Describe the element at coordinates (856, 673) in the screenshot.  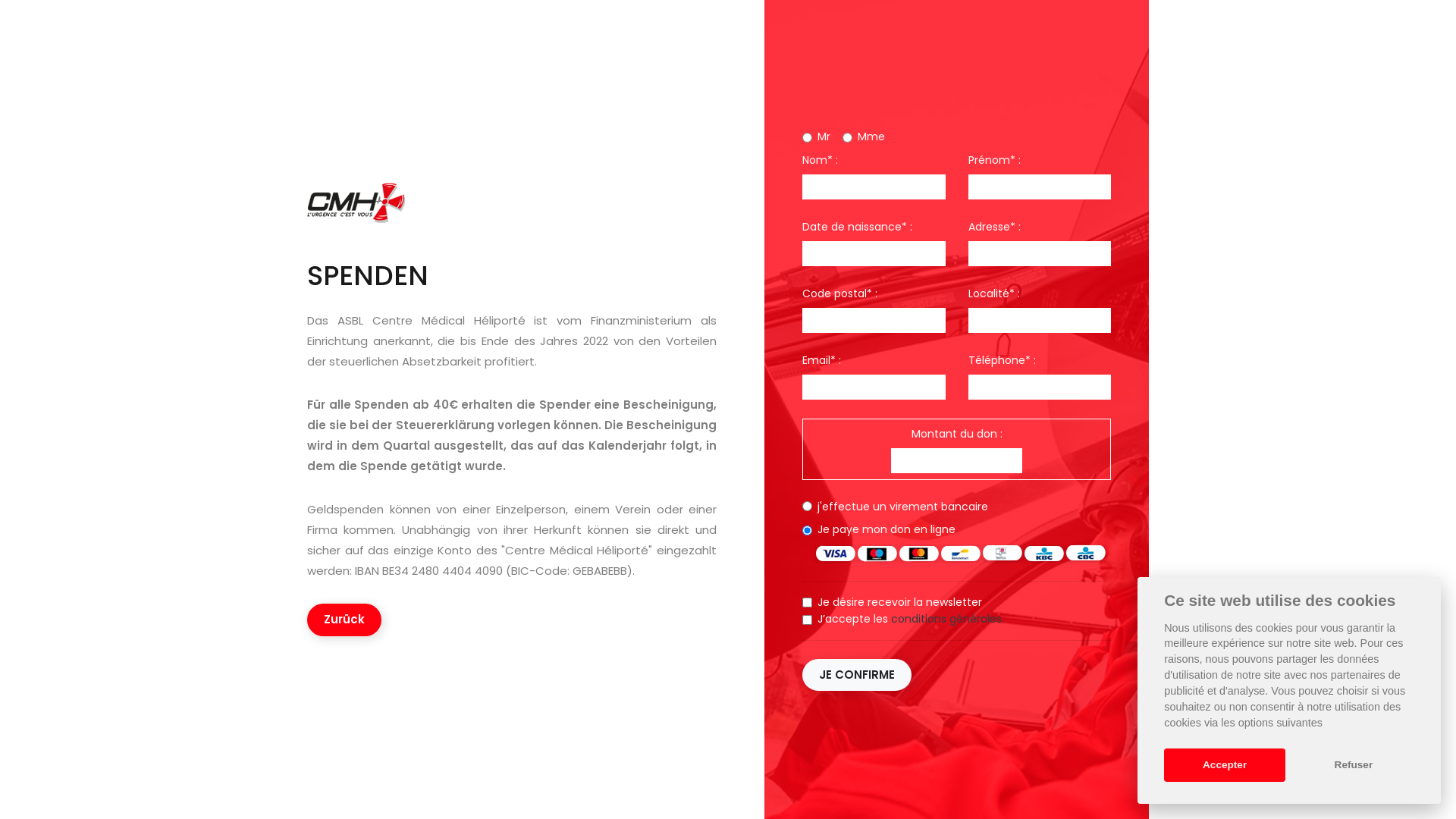
I see `'JE CONFIRME'` at that location.